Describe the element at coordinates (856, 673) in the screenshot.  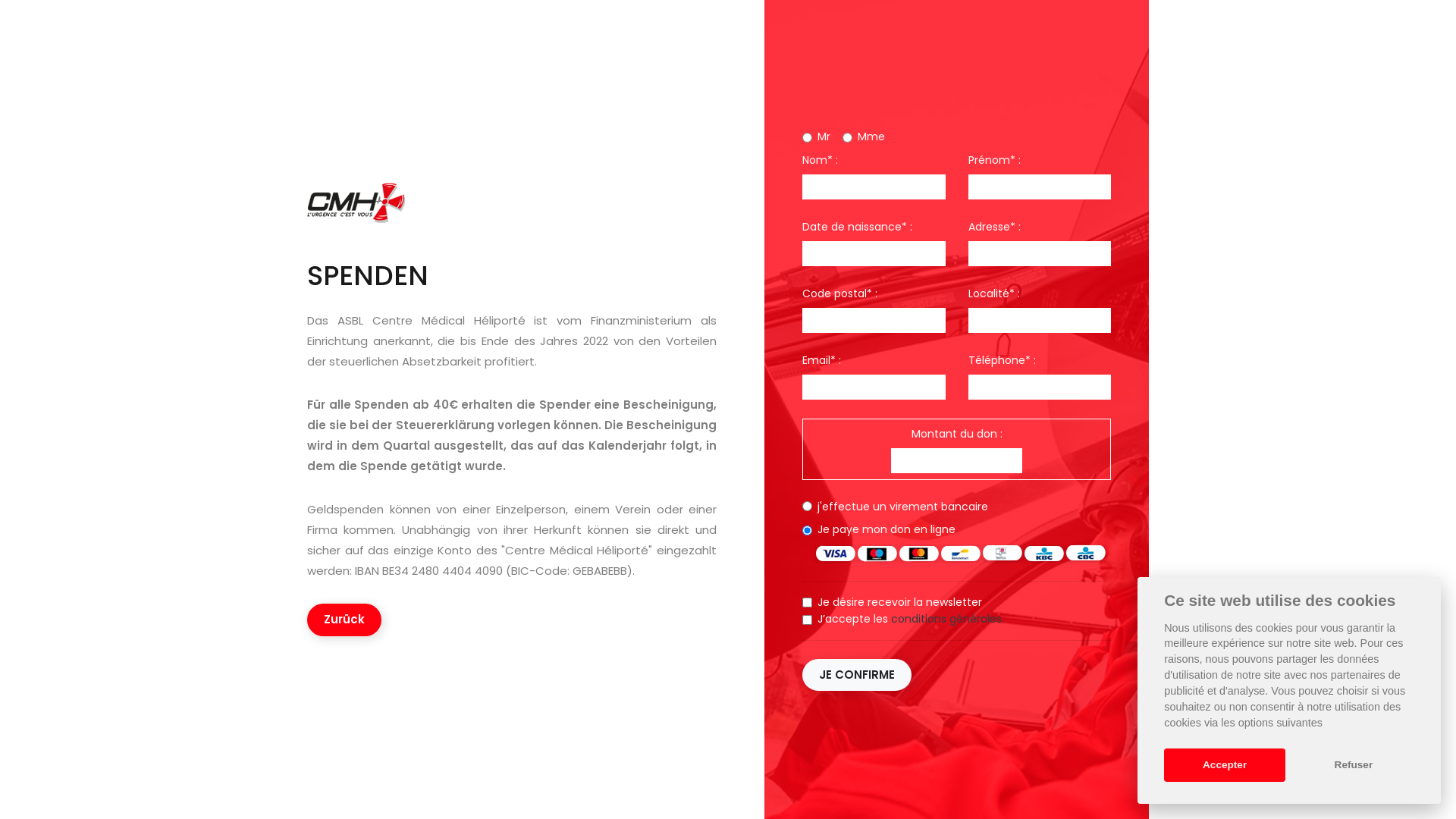
I see `'JE CONFIRME'` at that location.